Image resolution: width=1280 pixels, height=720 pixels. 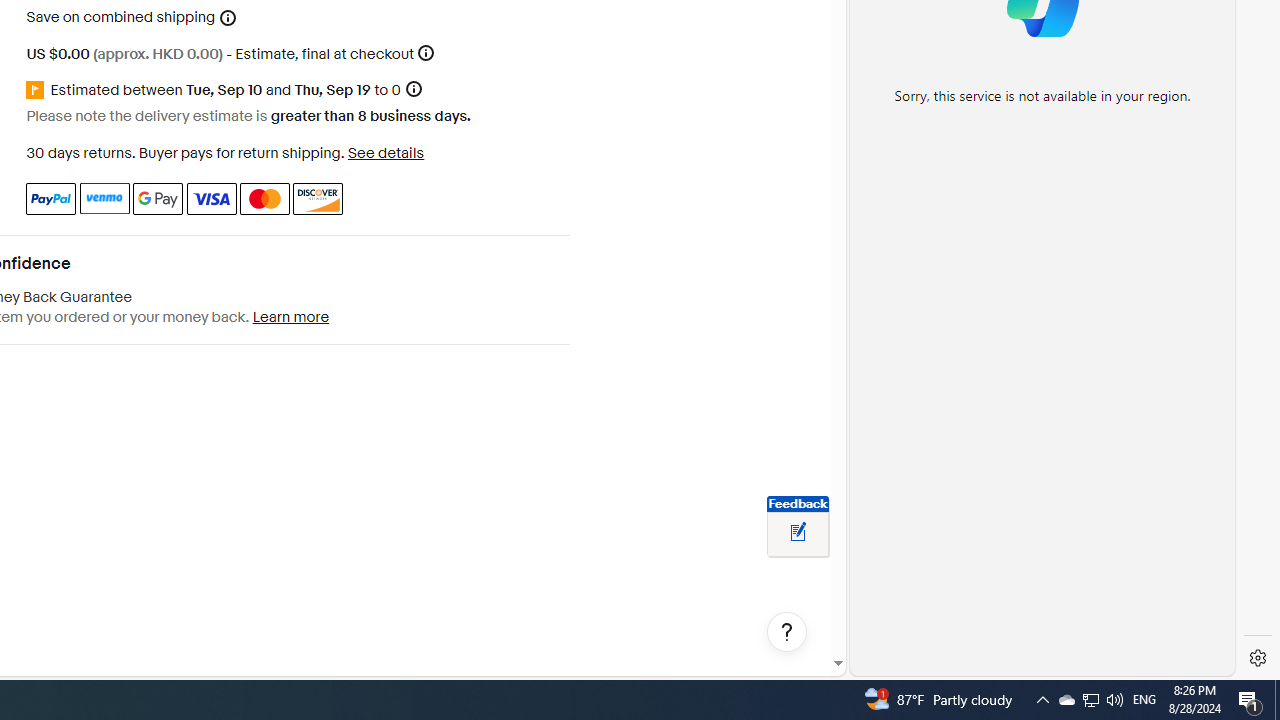 What do you see at coordinates (103, 198) in the screenshot?
I see `'Venmo'` at bounding box center [103, 198].